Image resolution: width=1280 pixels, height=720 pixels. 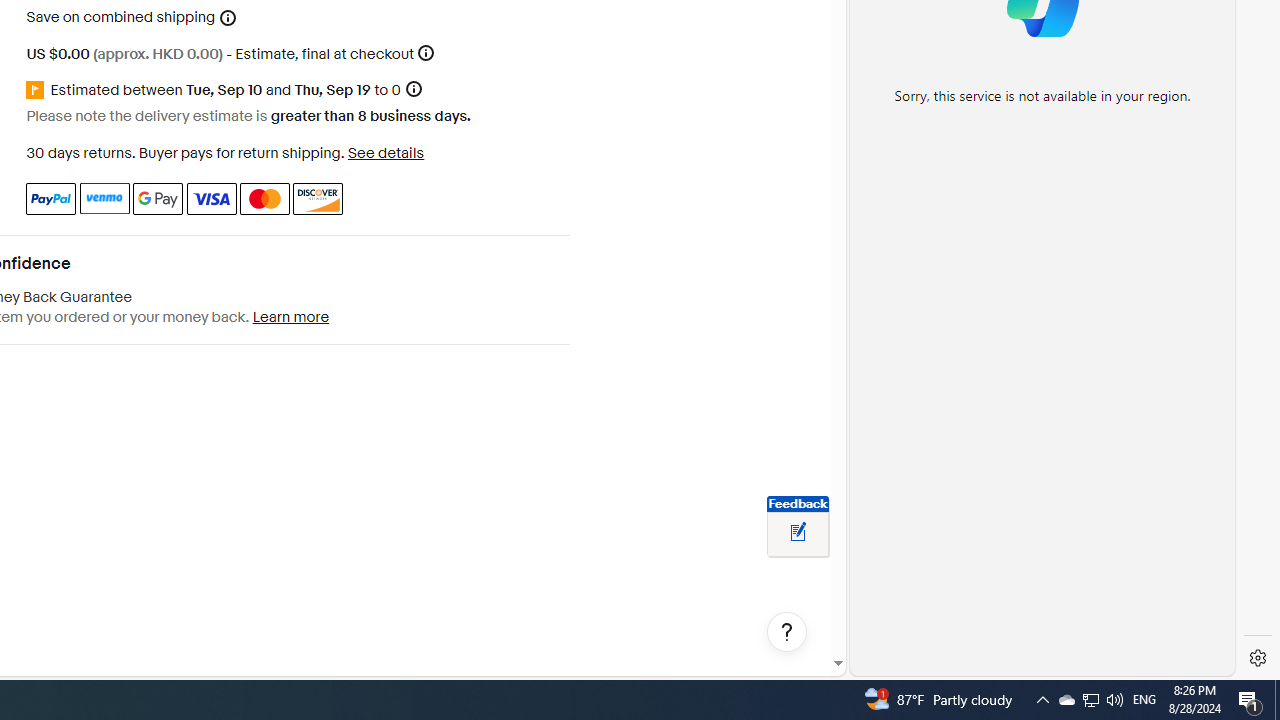 What do you see at coordinates (103, 198) in the screenshot?
I see `'Venmo'` at bounding box center [103, 198].